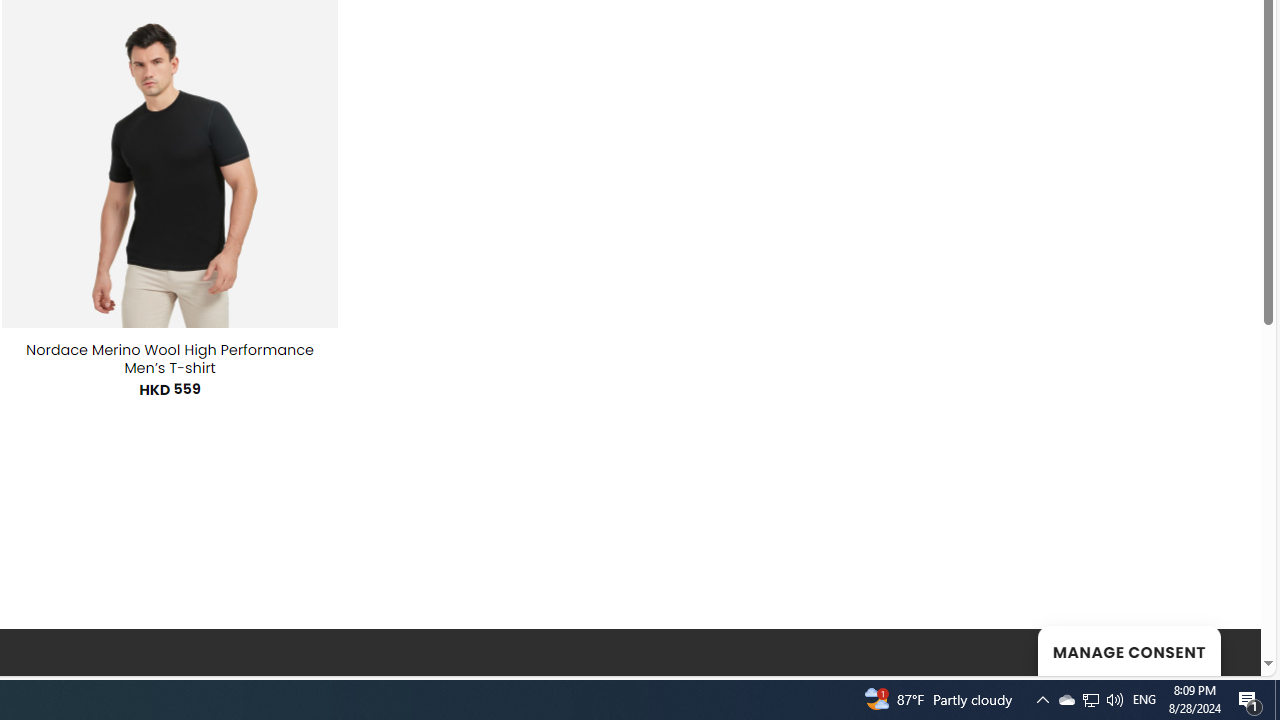  What do you see at coordinates (1219, 648) in the screenshot?
I see `'Go to top'` at bounding box center [1219, 648].